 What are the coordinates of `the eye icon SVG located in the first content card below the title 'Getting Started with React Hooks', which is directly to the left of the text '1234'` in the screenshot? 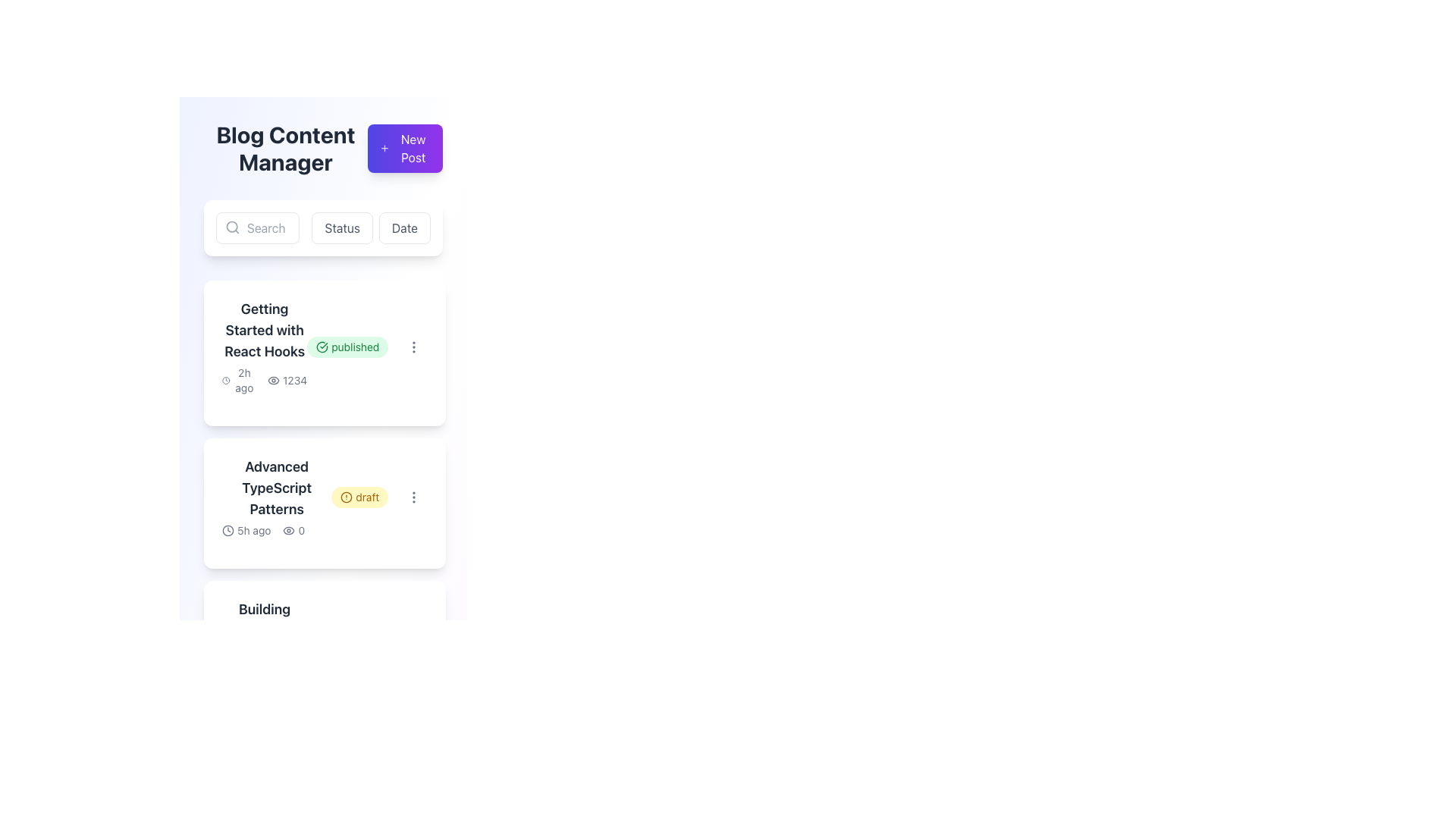 It's located at (274, 379).